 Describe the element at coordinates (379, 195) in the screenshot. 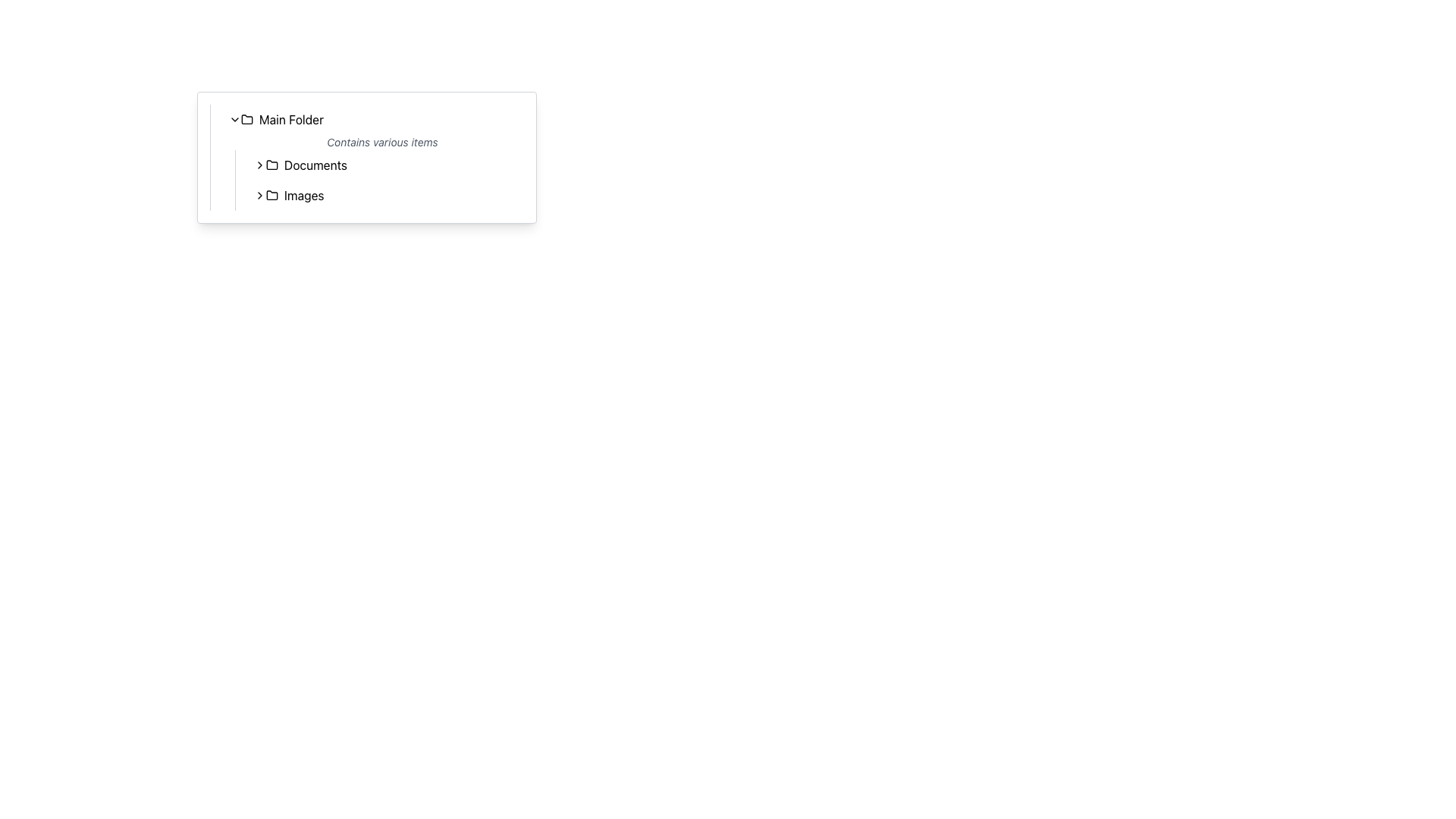

I see `the 'Images' folder item in the tree view located under 'Main Folder'` at that location.